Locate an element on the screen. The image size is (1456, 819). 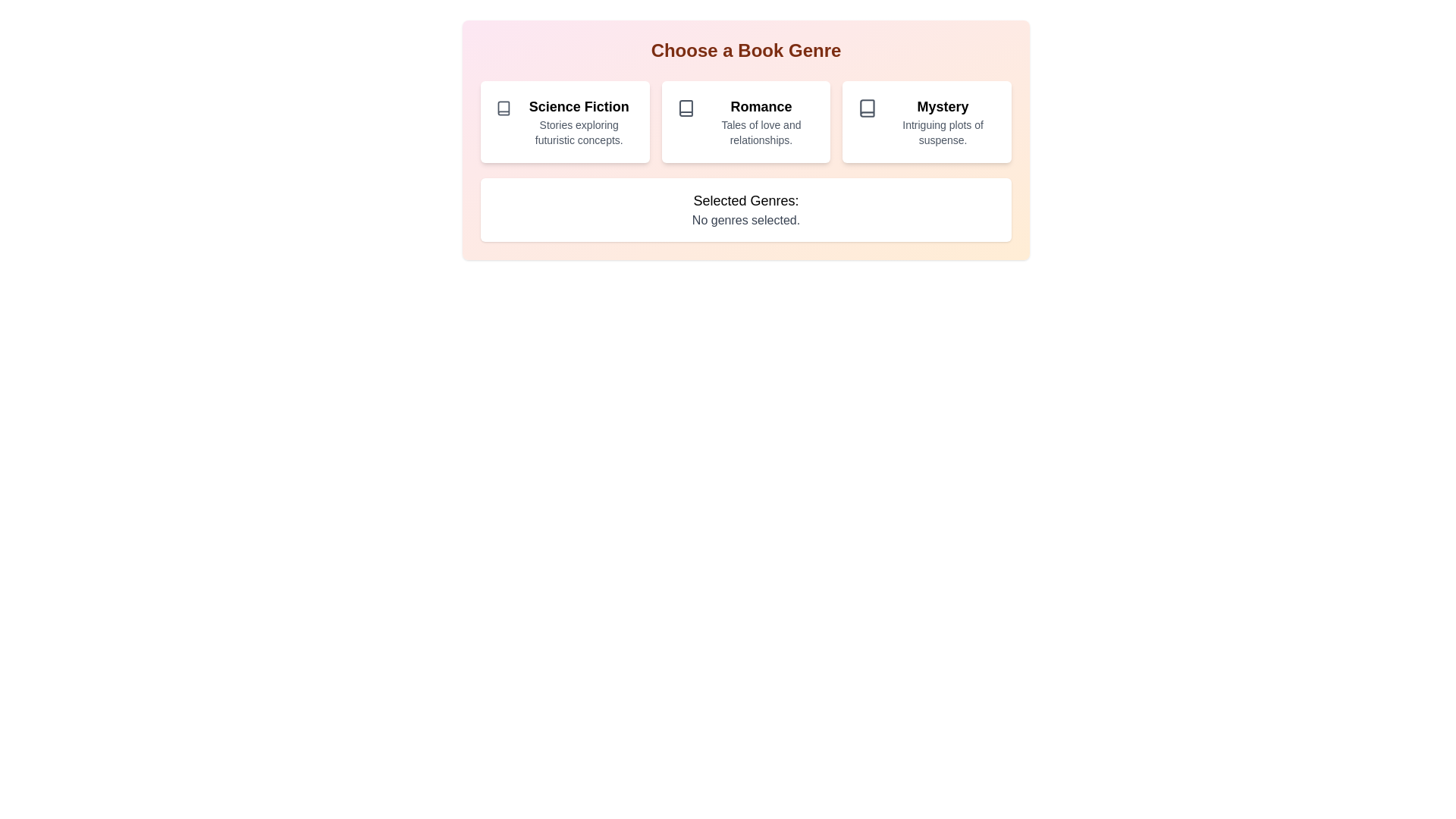
the static text that states 'Tales of love and relationships.' located beneath the title 'Romance' in the center column is located at coordinates (761, 131).